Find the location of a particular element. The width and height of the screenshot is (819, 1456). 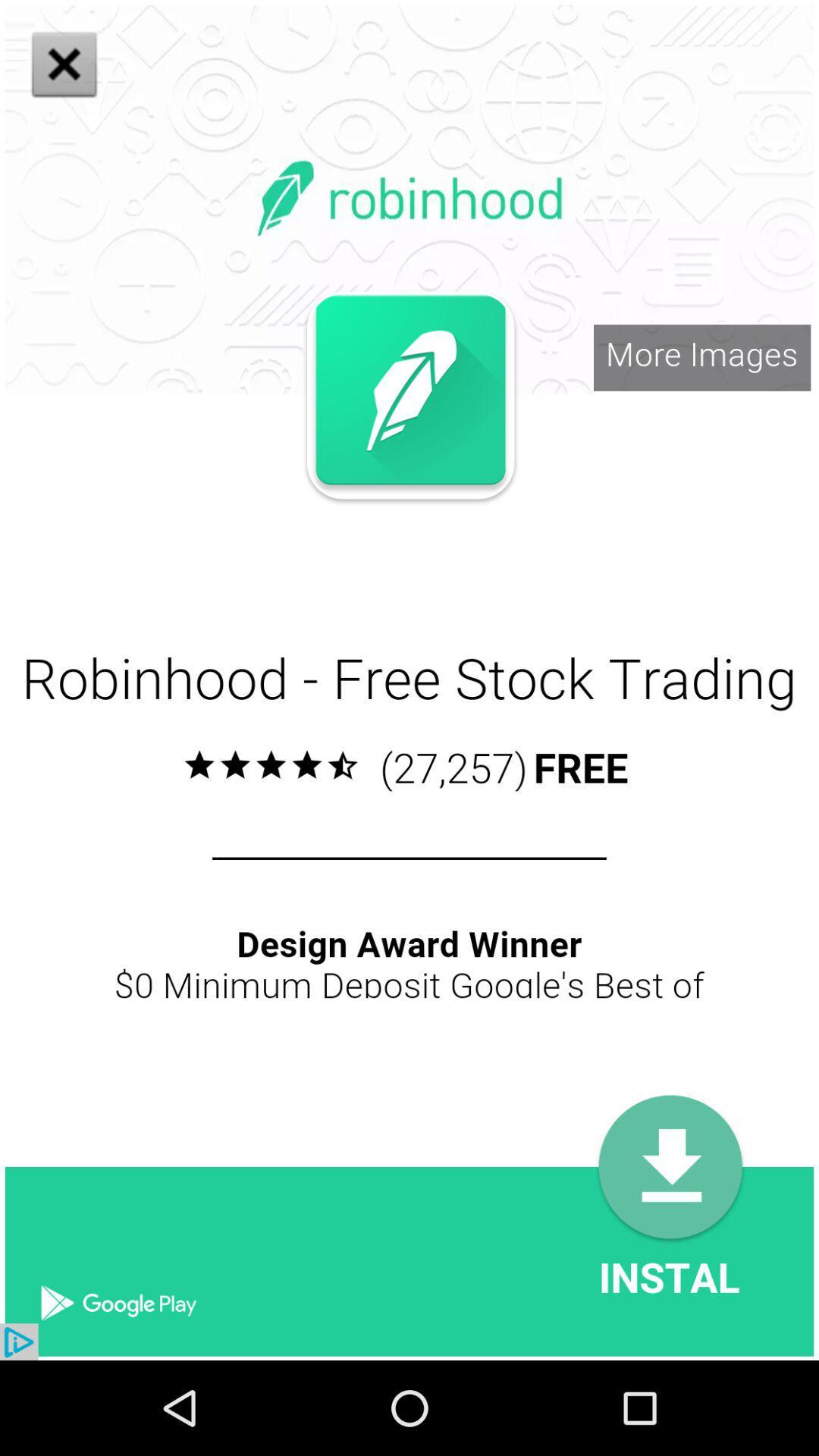

choose the selection is located at coordinates (318, 529).